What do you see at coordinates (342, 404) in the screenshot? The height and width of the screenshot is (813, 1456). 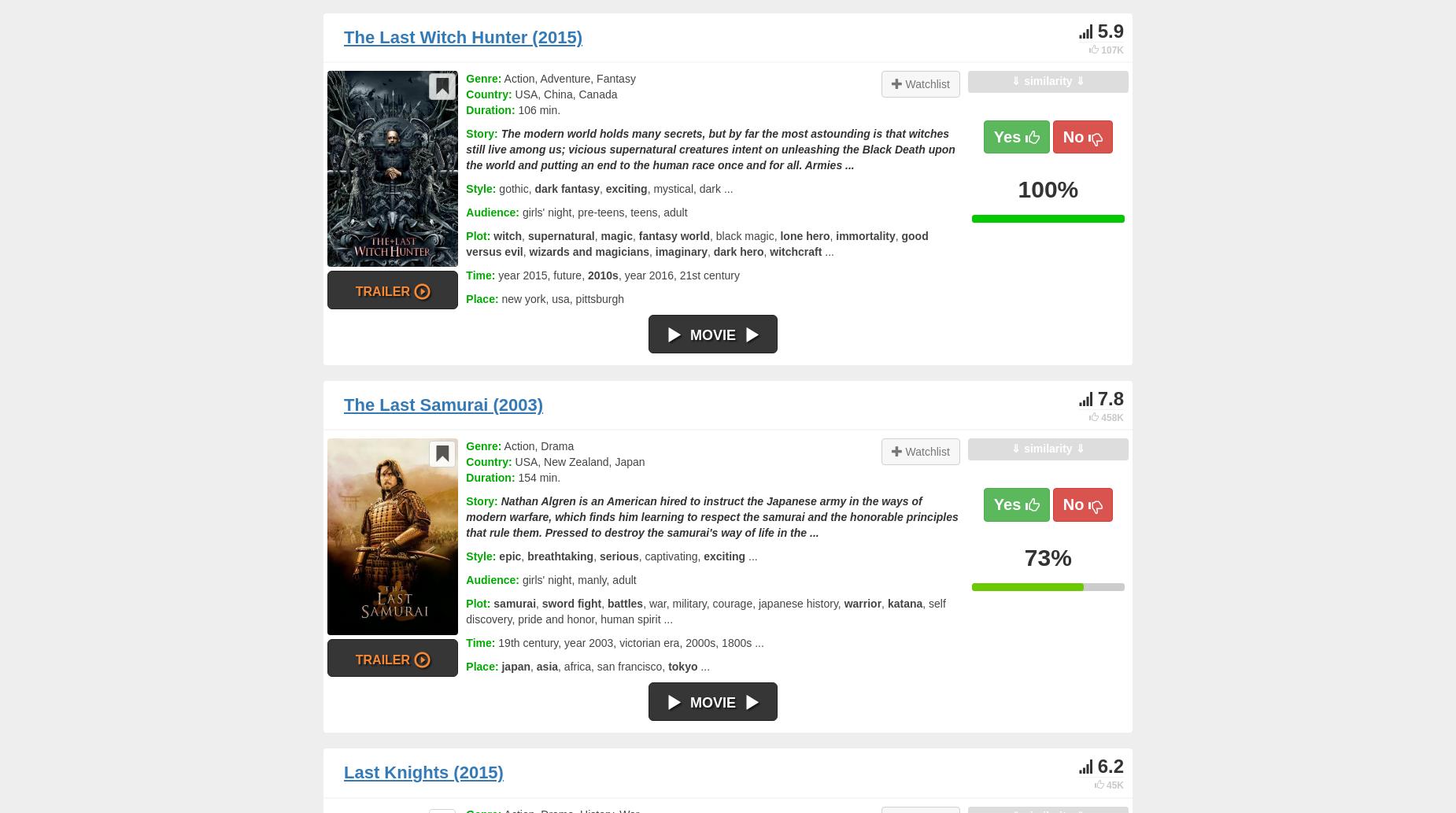 I see `'The Last Samurai (2003)'` at bounding box center [342, 404].